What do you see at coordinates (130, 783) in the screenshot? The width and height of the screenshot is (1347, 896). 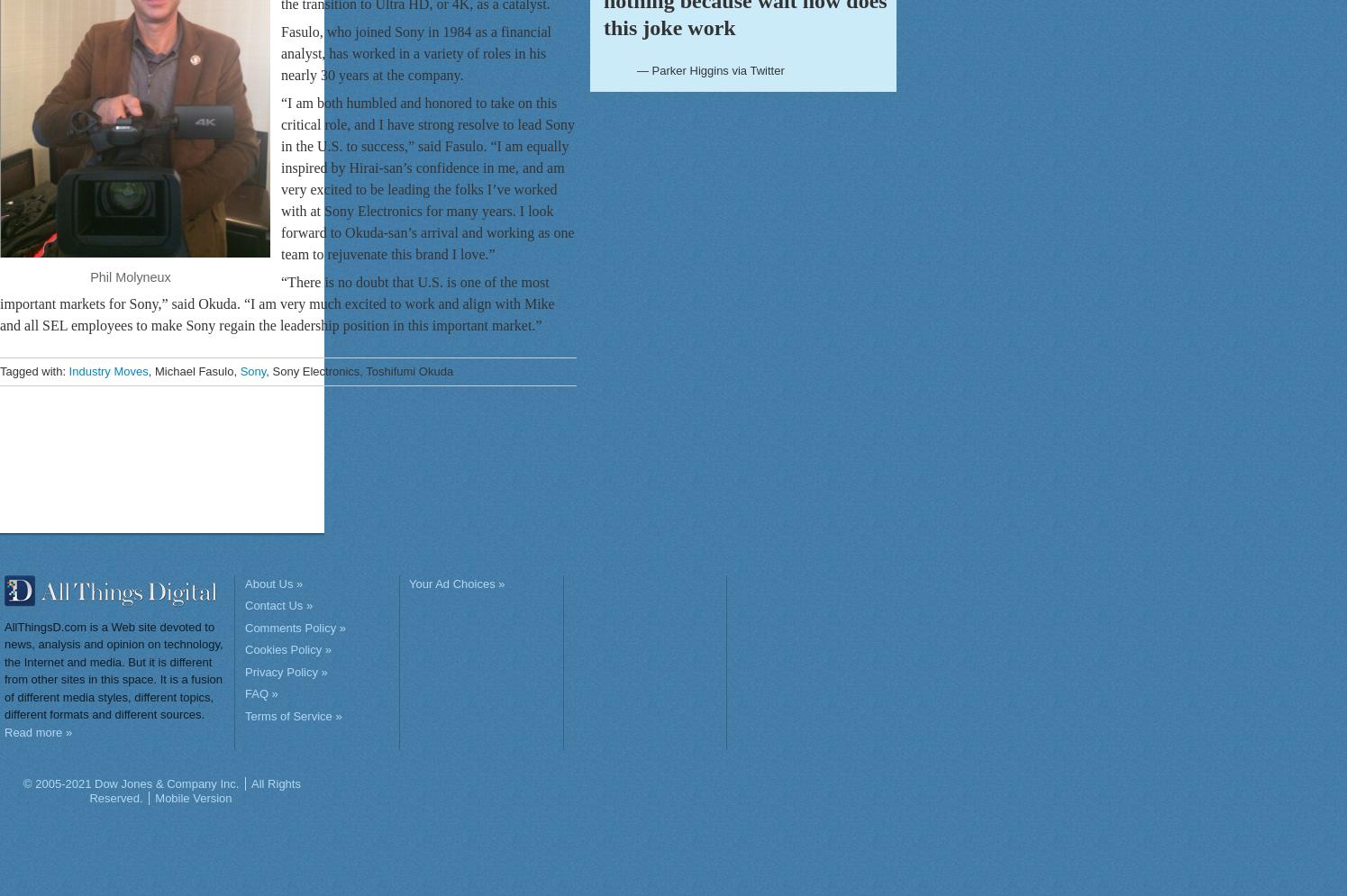 I see `'© 2005-2021 Dow Jones & Company Inc.'` at bounding box center [130, 783].